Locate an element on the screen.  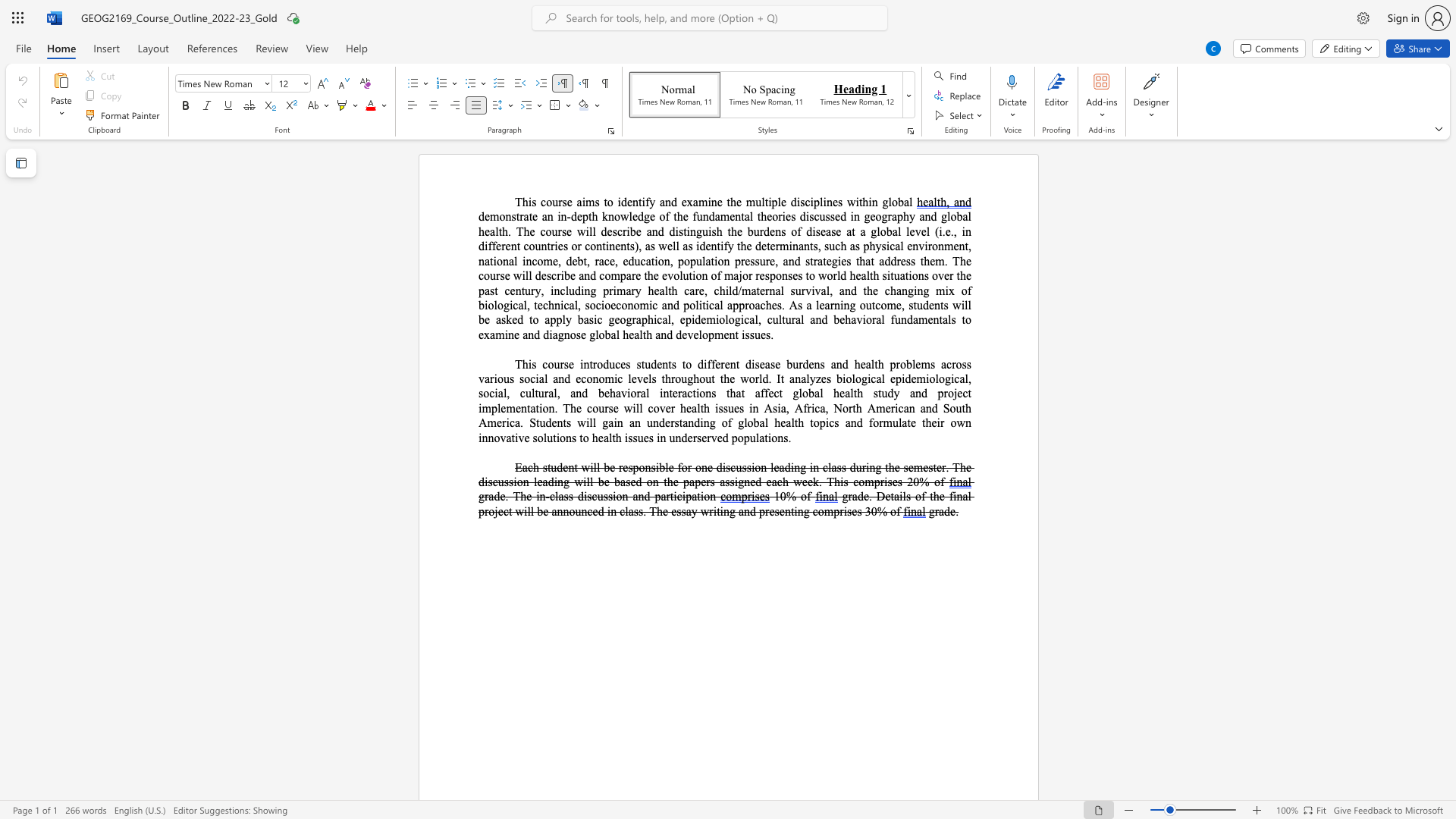
the 3th character "r" in the text is located at coordinates (767, 511).